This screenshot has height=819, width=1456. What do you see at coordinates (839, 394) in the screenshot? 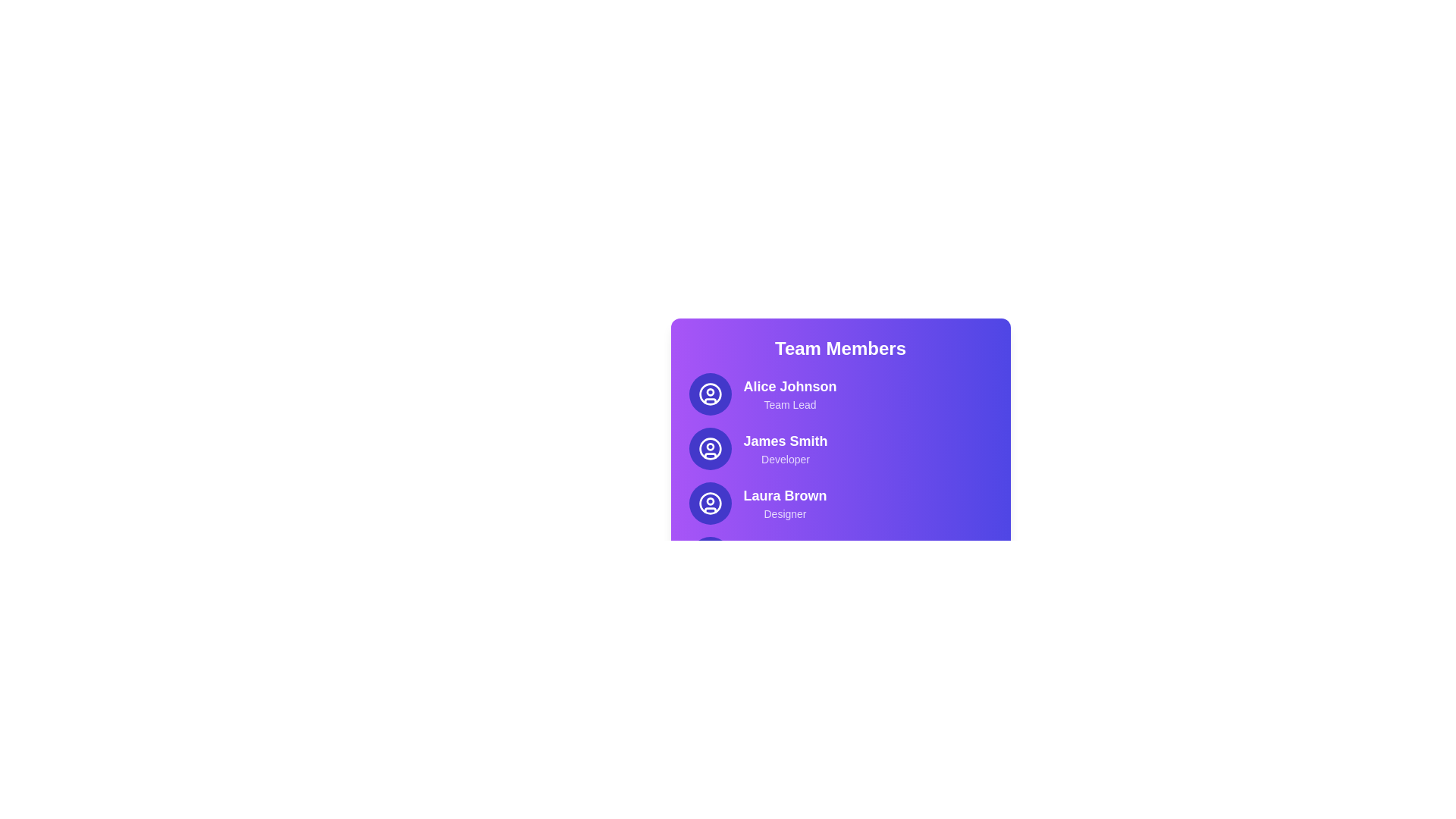
I see `the name 'Alice Johnson'` at bounding box center [839, 394].